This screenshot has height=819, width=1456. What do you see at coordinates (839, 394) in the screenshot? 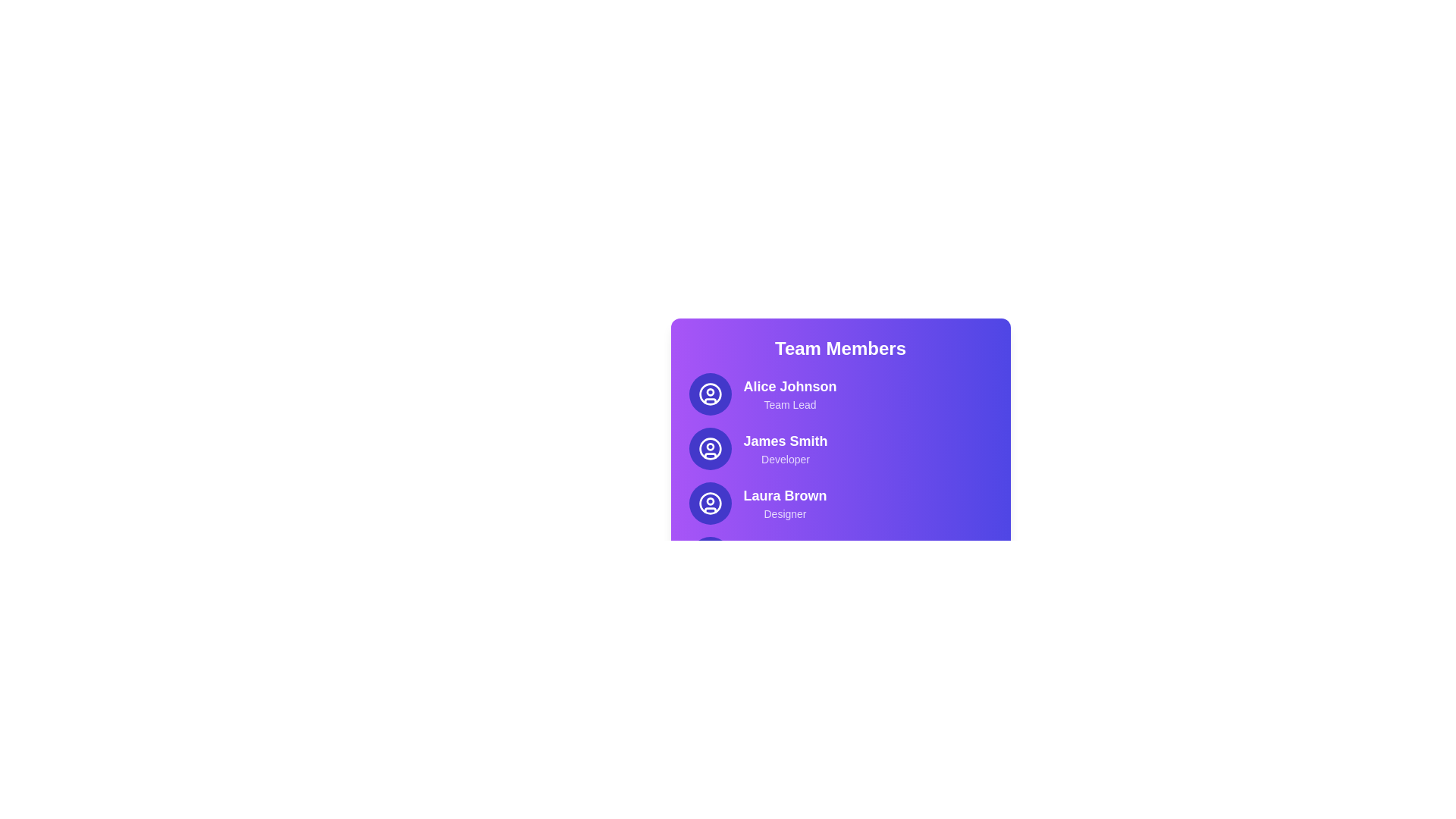
I see `the name 'Alice Johnson'` at bounding box center [839, 394].